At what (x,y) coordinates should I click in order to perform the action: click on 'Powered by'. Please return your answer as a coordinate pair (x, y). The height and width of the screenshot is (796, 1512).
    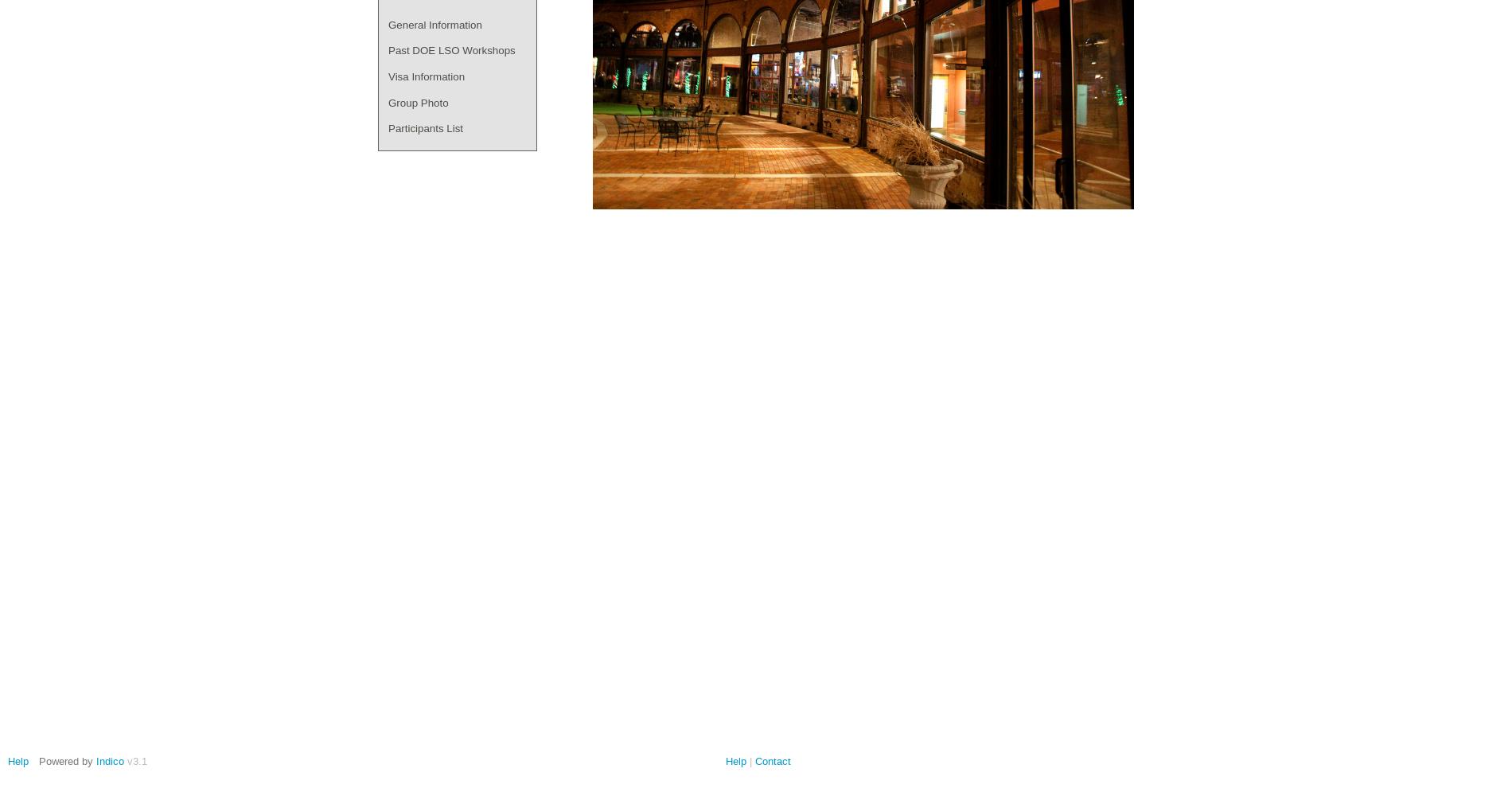
    Looking at the image, I should click on (67, 760).